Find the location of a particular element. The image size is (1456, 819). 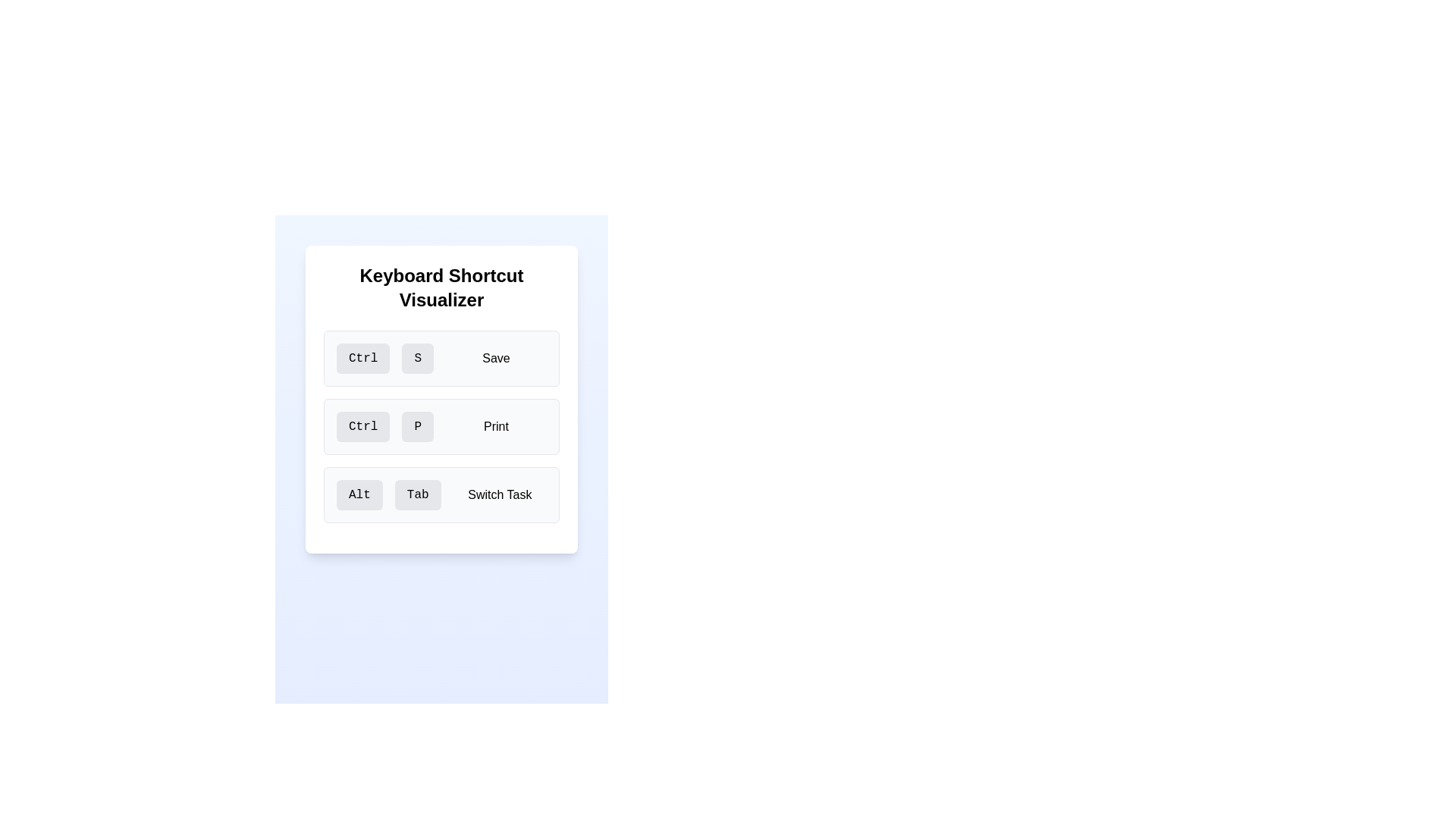

the 'Tab' button in the 'AltTabSwitch Task' group is located at coordinates (418, 494).